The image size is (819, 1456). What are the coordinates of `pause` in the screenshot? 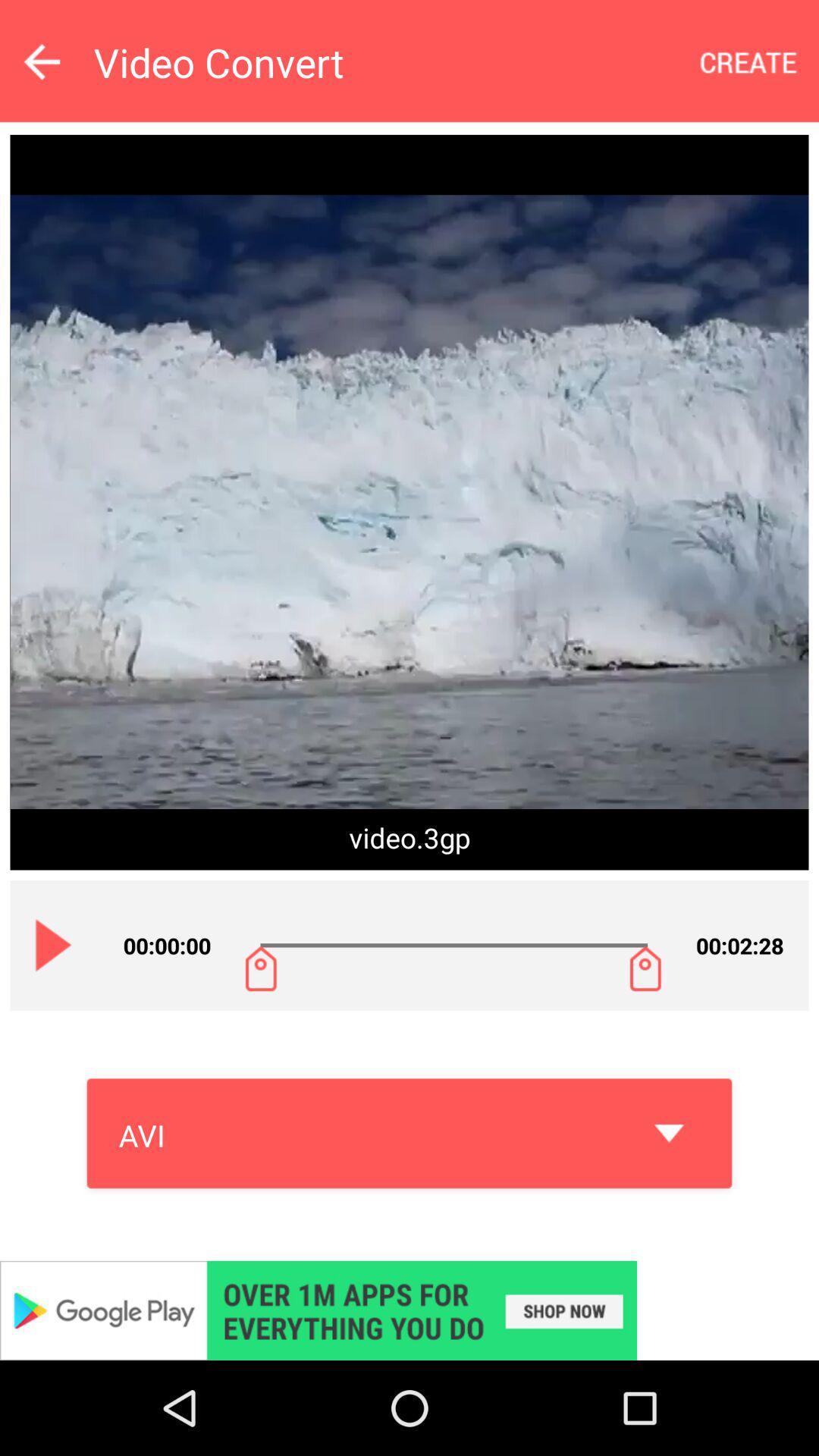 It's located at (53, 944).